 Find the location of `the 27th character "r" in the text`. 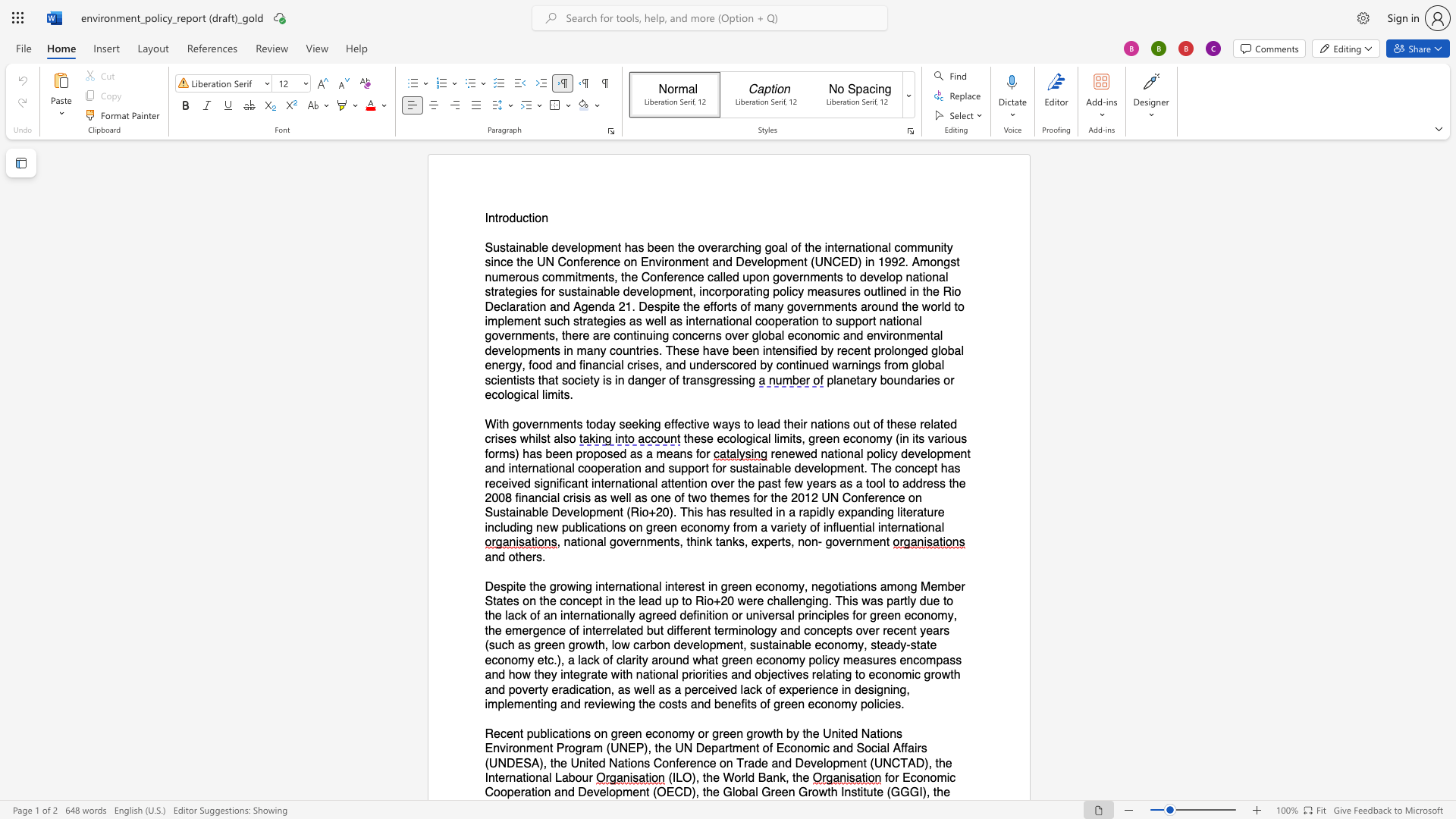

the 27th character "r" in the text is located at coordinates (660, 659).